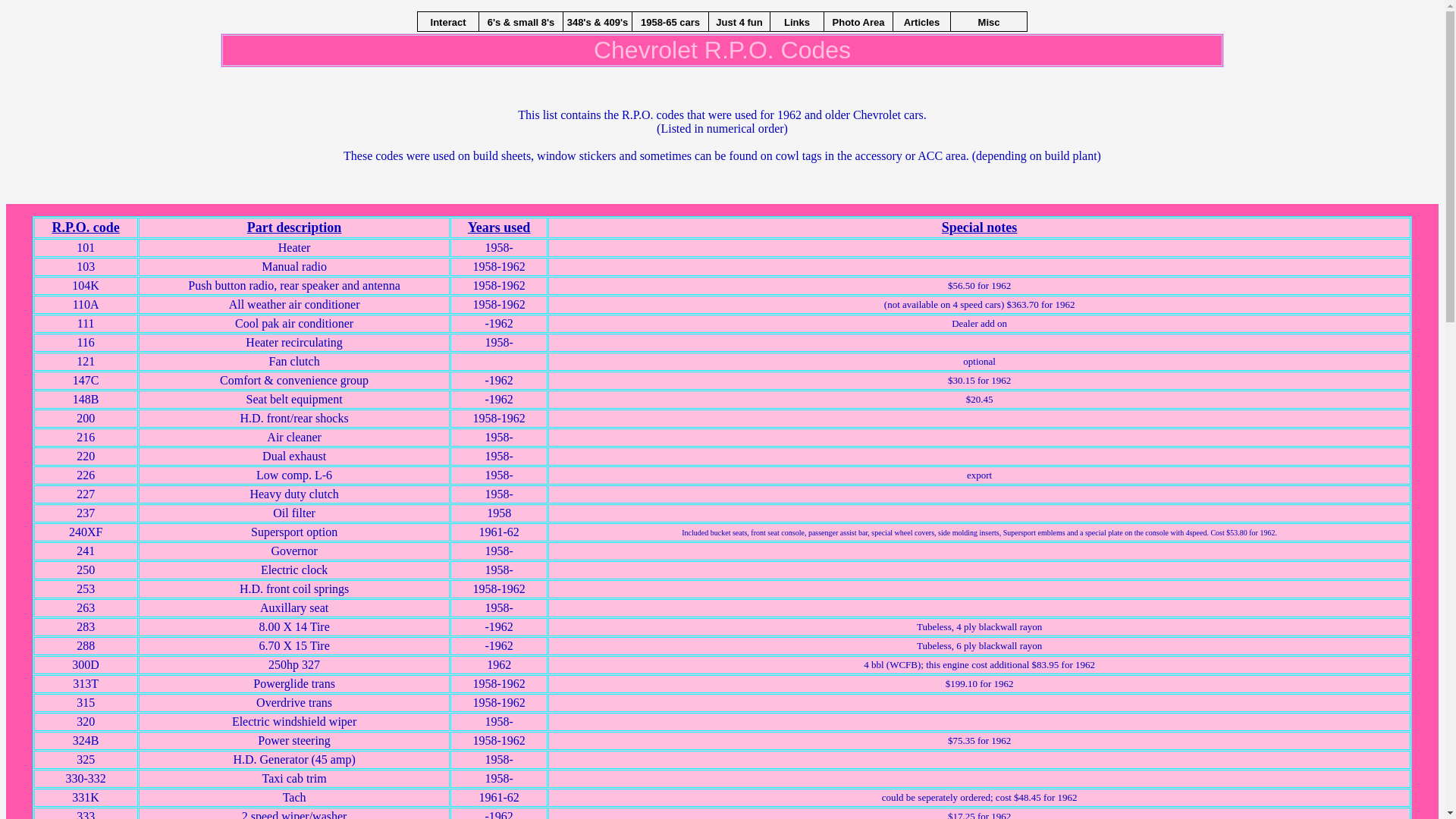  I want to click on 'Interact', so click(447, 21).